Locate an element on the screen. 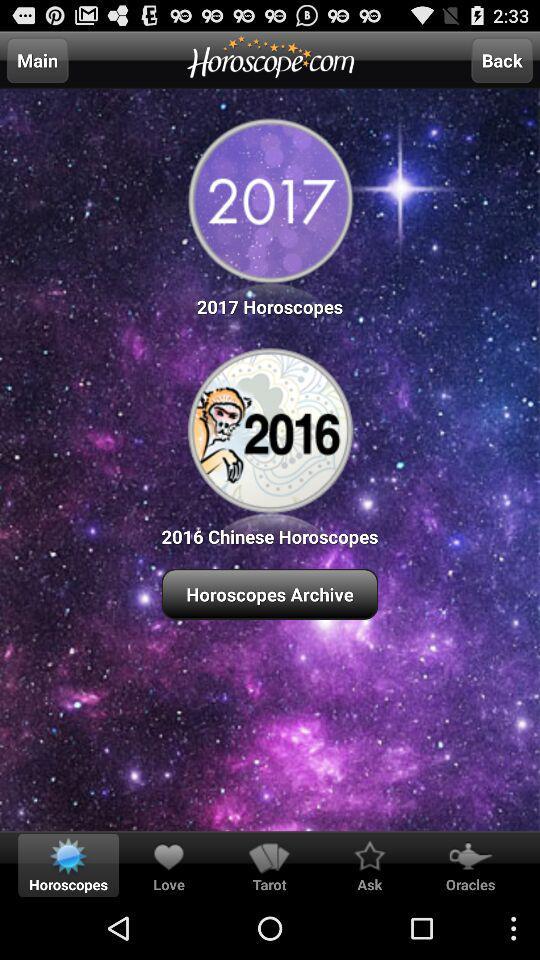 The height and width of the screenshot is (960, 540). the icon at the top right corner is located at coordinates (501, 59).